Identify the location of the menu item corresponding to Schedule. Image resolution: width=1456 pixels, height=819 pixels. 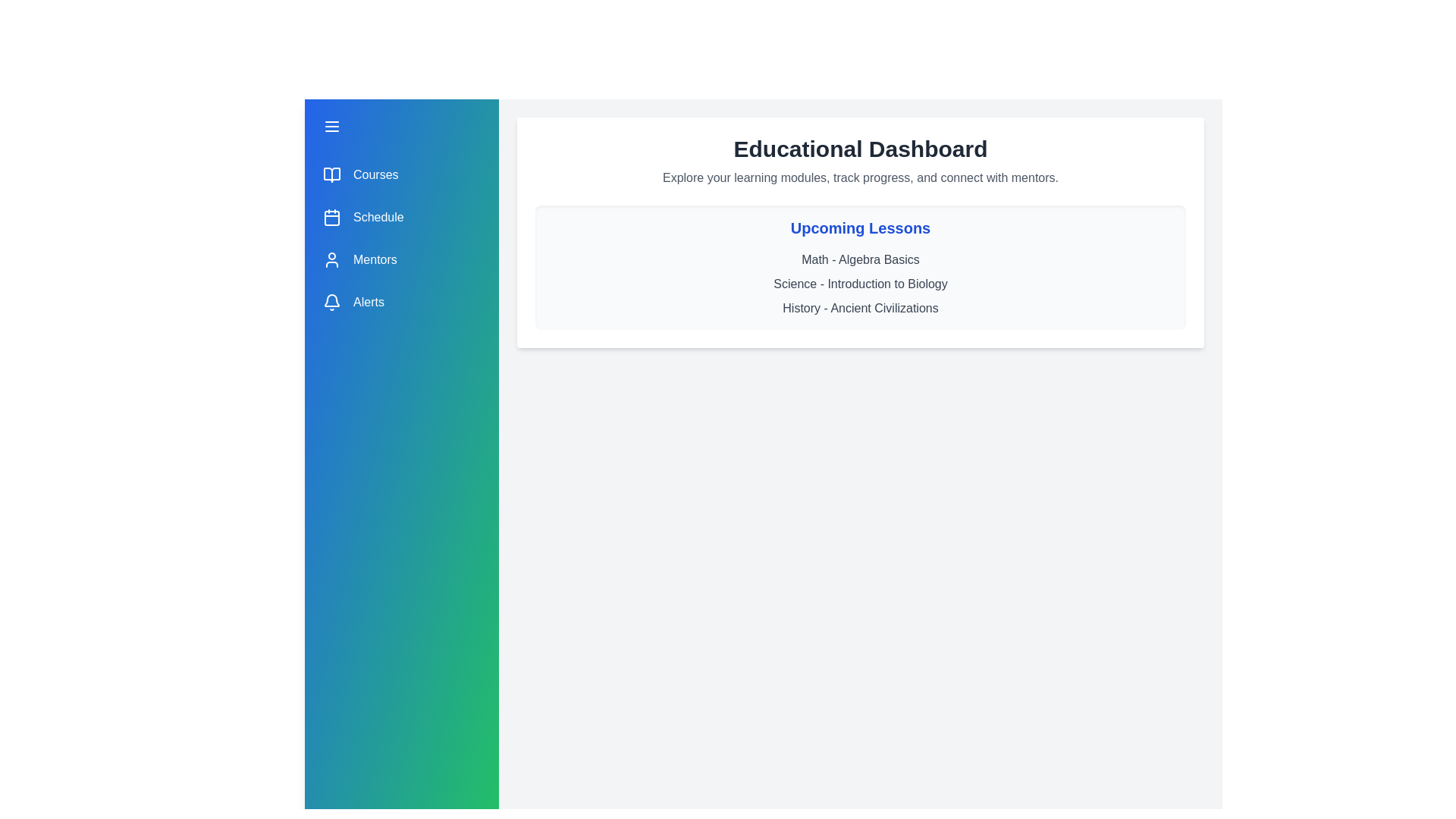
(401, 217).